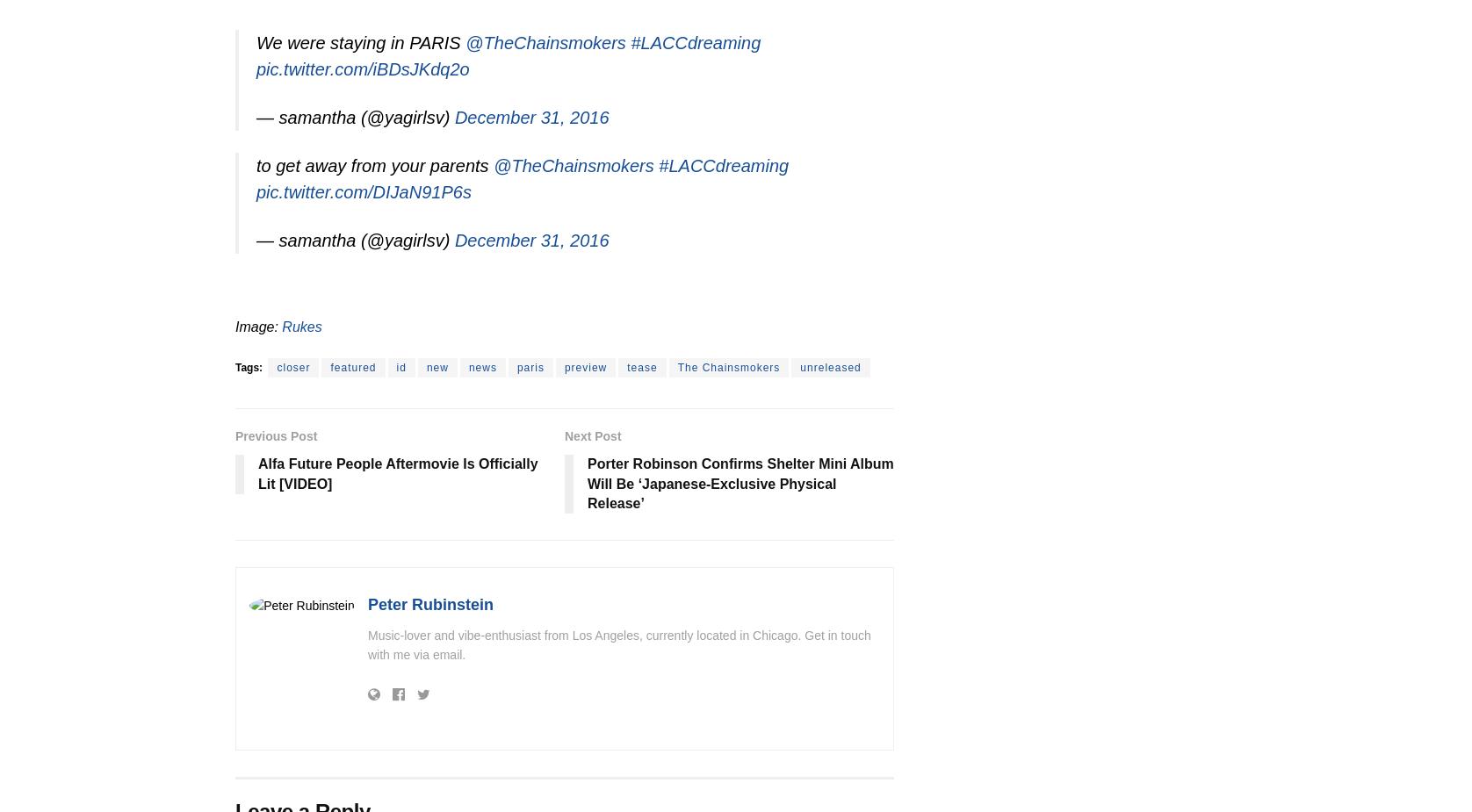 The width and height of the screenshot is (1472, 812). Describe the element at coordinates (584, 366) in the screenshot. I see `'preview'` at that location.